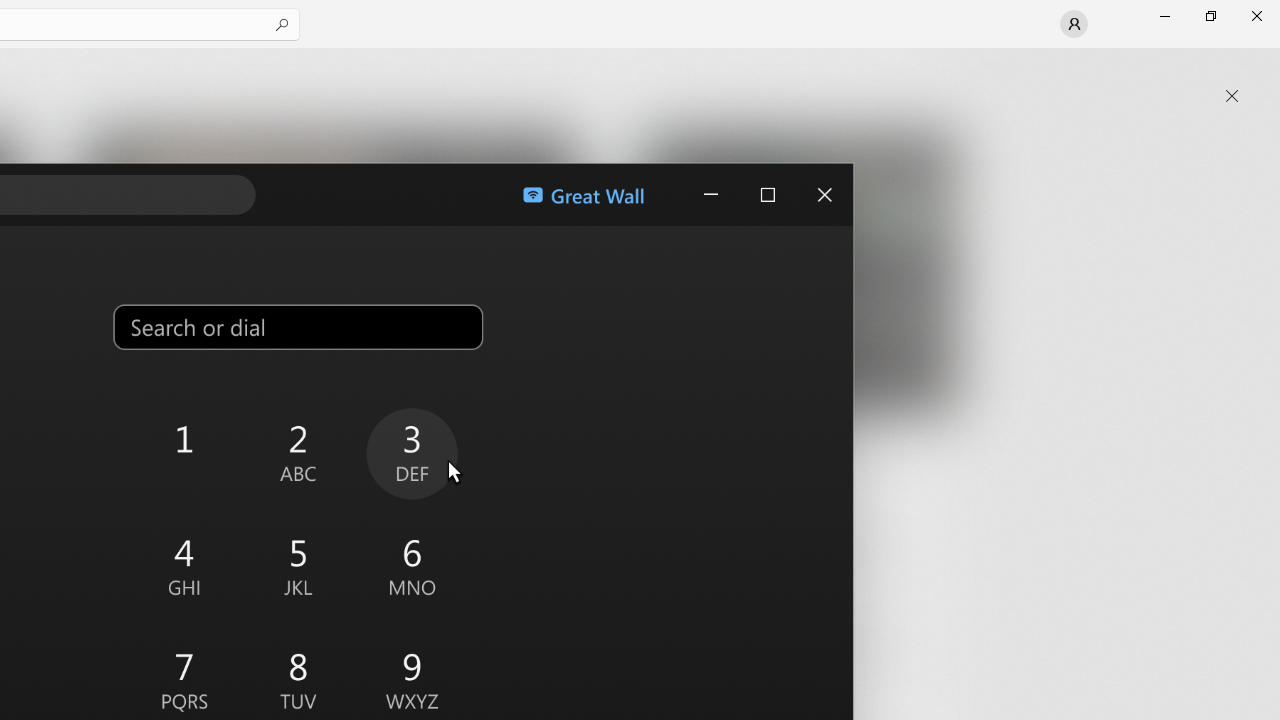  What do you see at coordinates (1209, 15) in the screenshot?
I see `'Restore Microsoft Store'` at bounding box center [1209, 15].